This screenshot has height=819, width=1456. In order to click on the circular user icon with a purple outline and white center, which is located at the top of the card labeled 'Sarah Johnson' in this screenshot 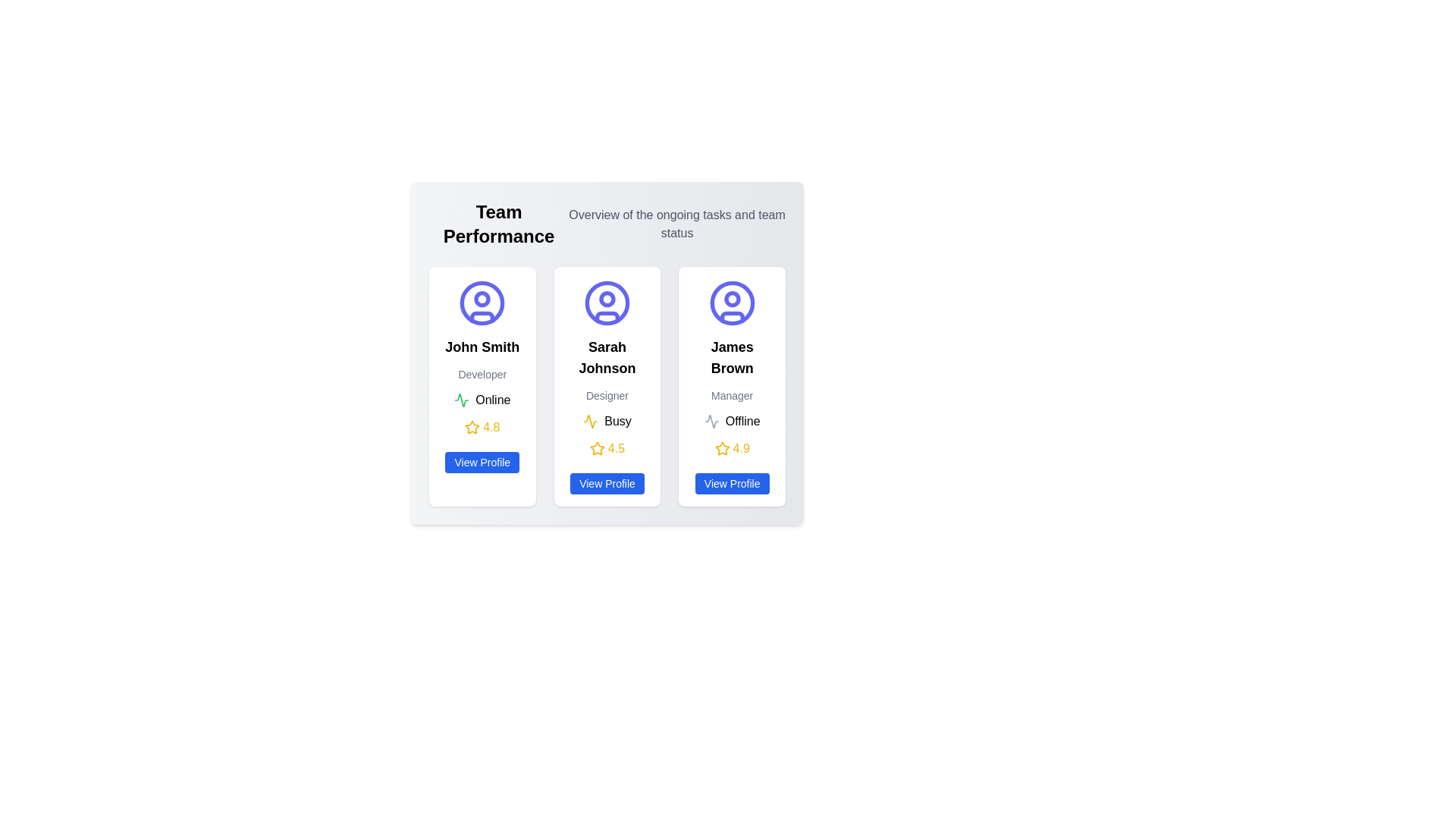, I will do `click(607, 303)`.